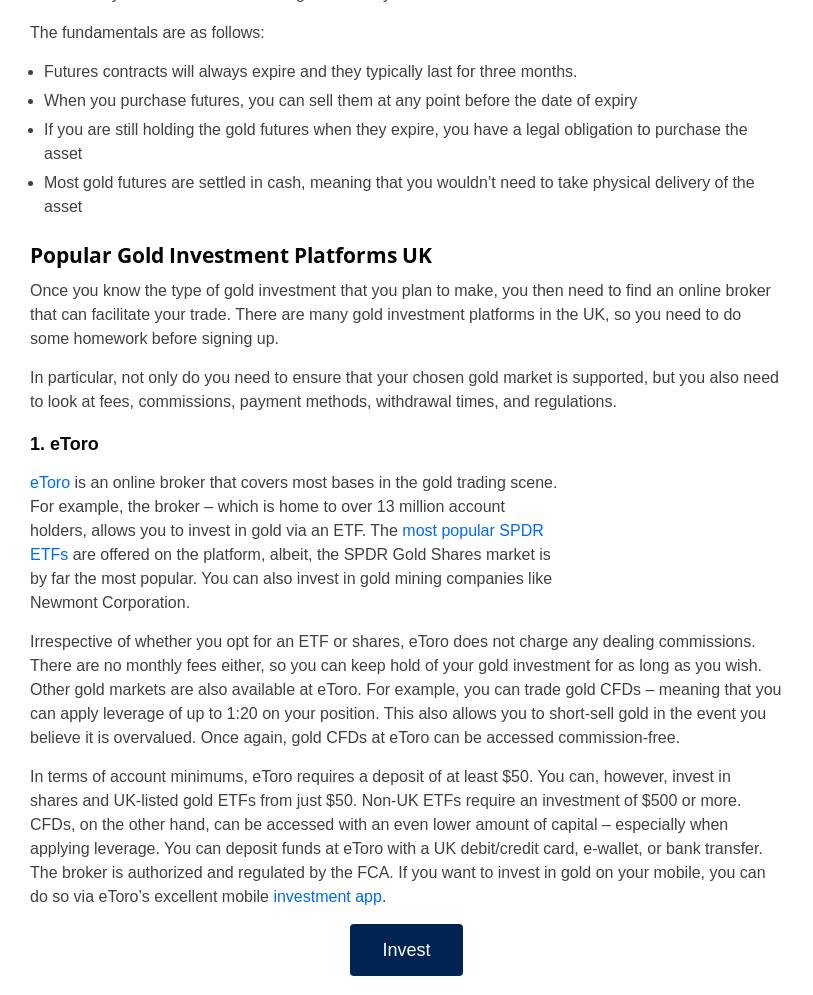  Describe the element at coordinates (398, 313) in the screenshot. I see `'Once you know the type of gold investment that you plan to make, you then need to find an online broker that can facilitate your trade. There are many gold investment platforms in the UK, so you need to do some homework before signing up.'` at that location.